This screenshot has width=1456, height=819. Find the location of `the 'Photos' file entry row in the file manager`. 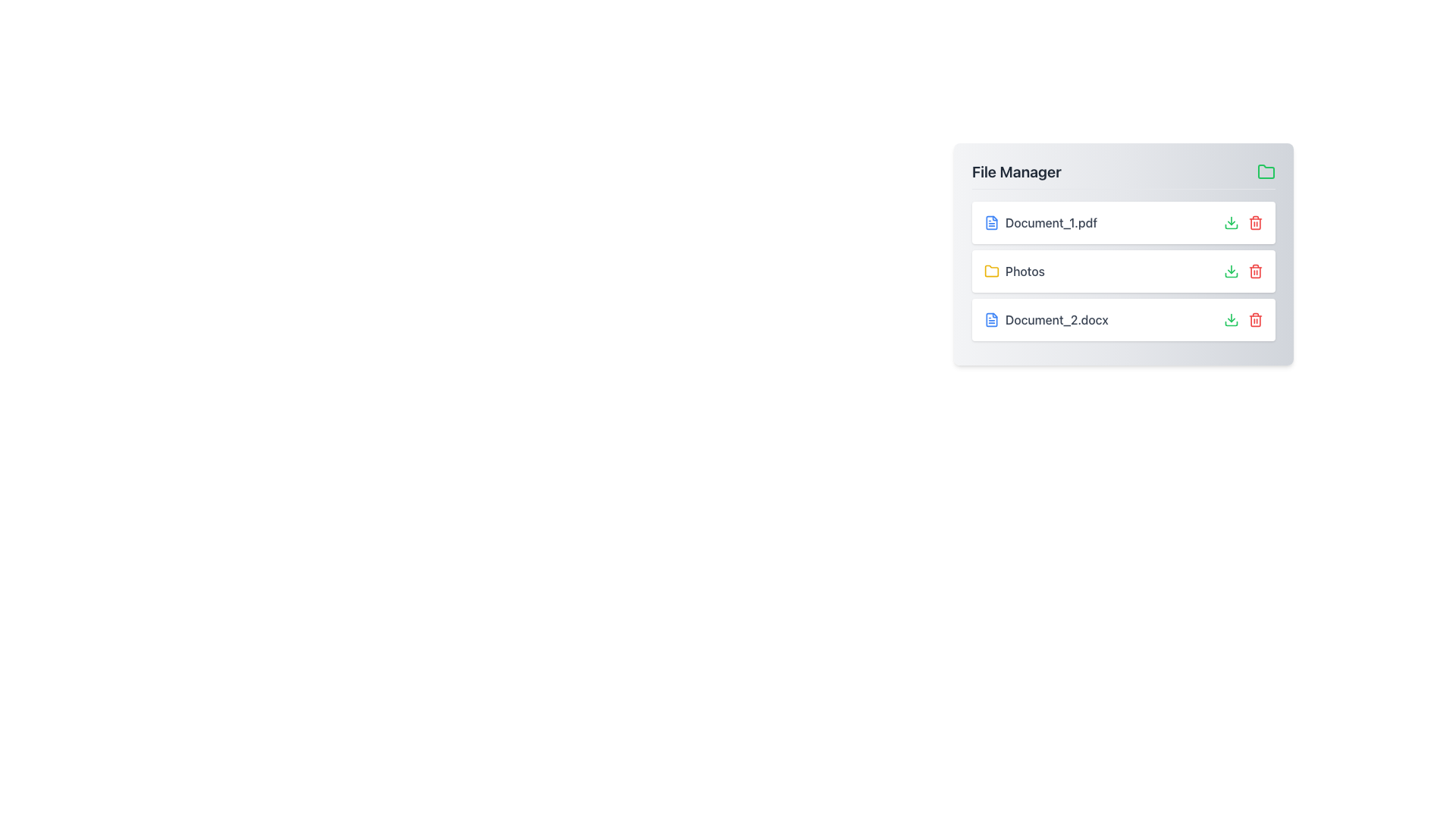

the 'Photos' file entry row in the file manager is located at coordinates (1124, 271).